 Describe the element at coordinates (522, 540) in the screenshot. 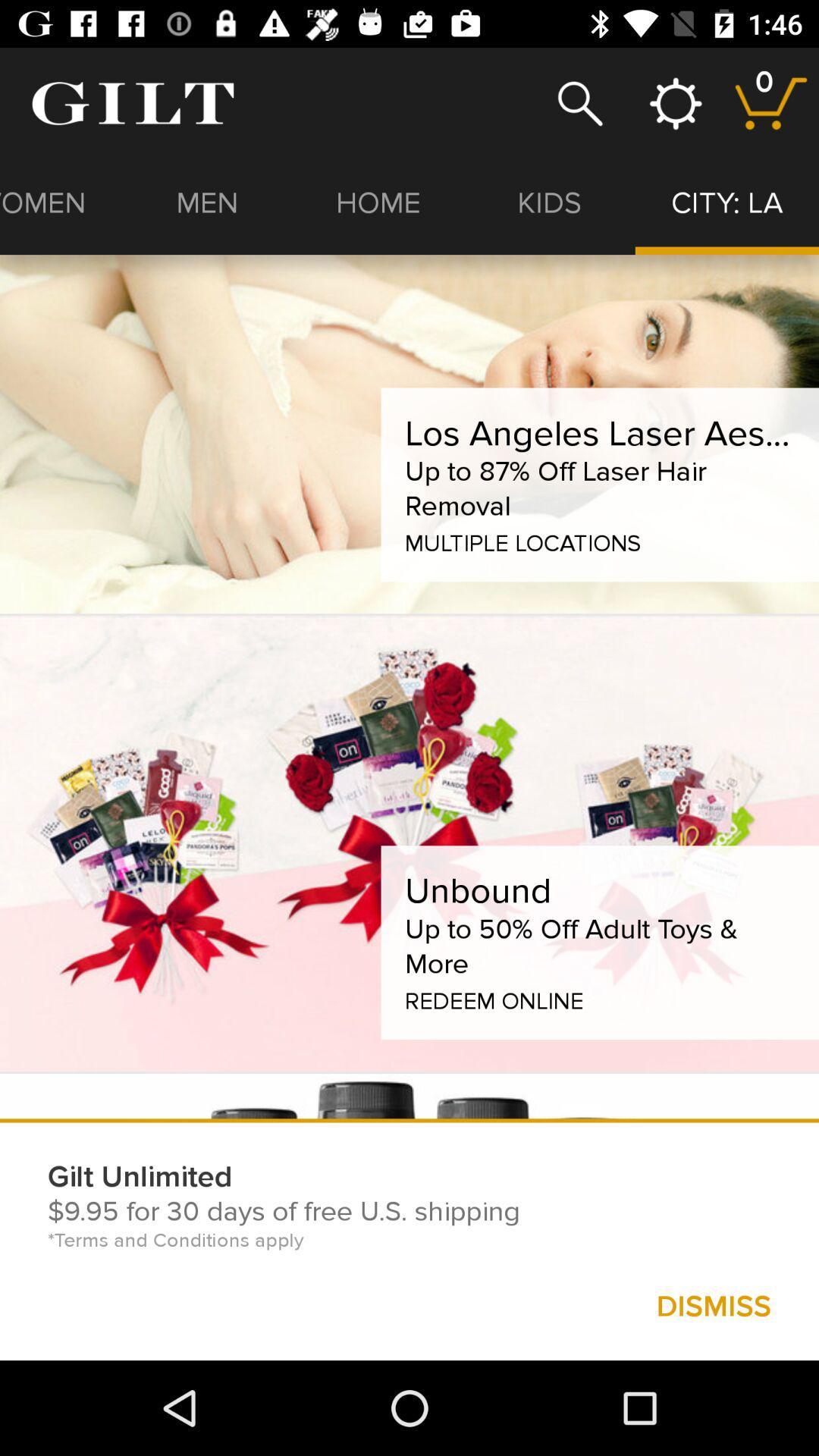

I see `item below up to 87 item` at that location.